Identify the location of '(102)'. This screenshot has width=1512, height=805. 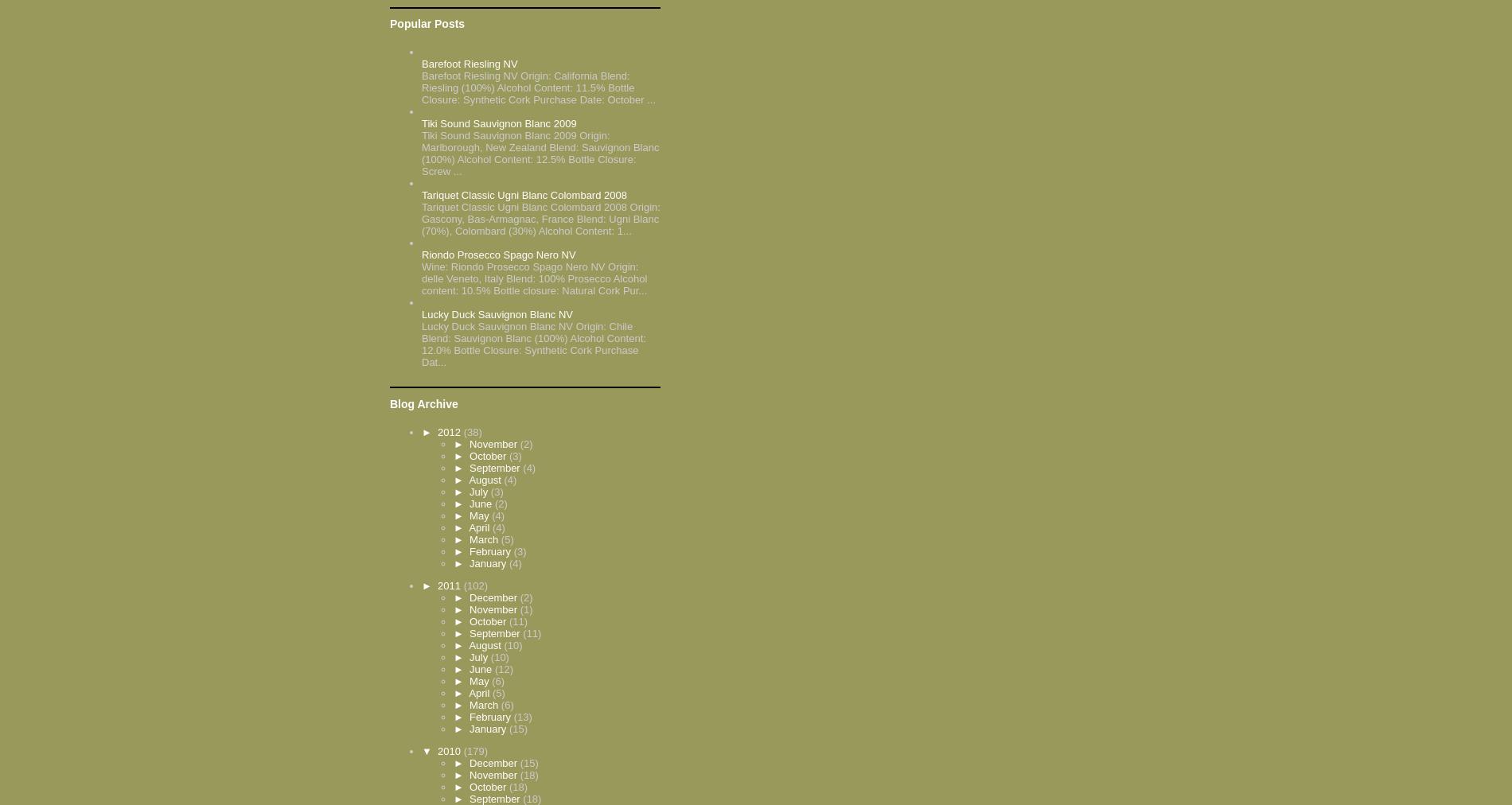
(475, 585).